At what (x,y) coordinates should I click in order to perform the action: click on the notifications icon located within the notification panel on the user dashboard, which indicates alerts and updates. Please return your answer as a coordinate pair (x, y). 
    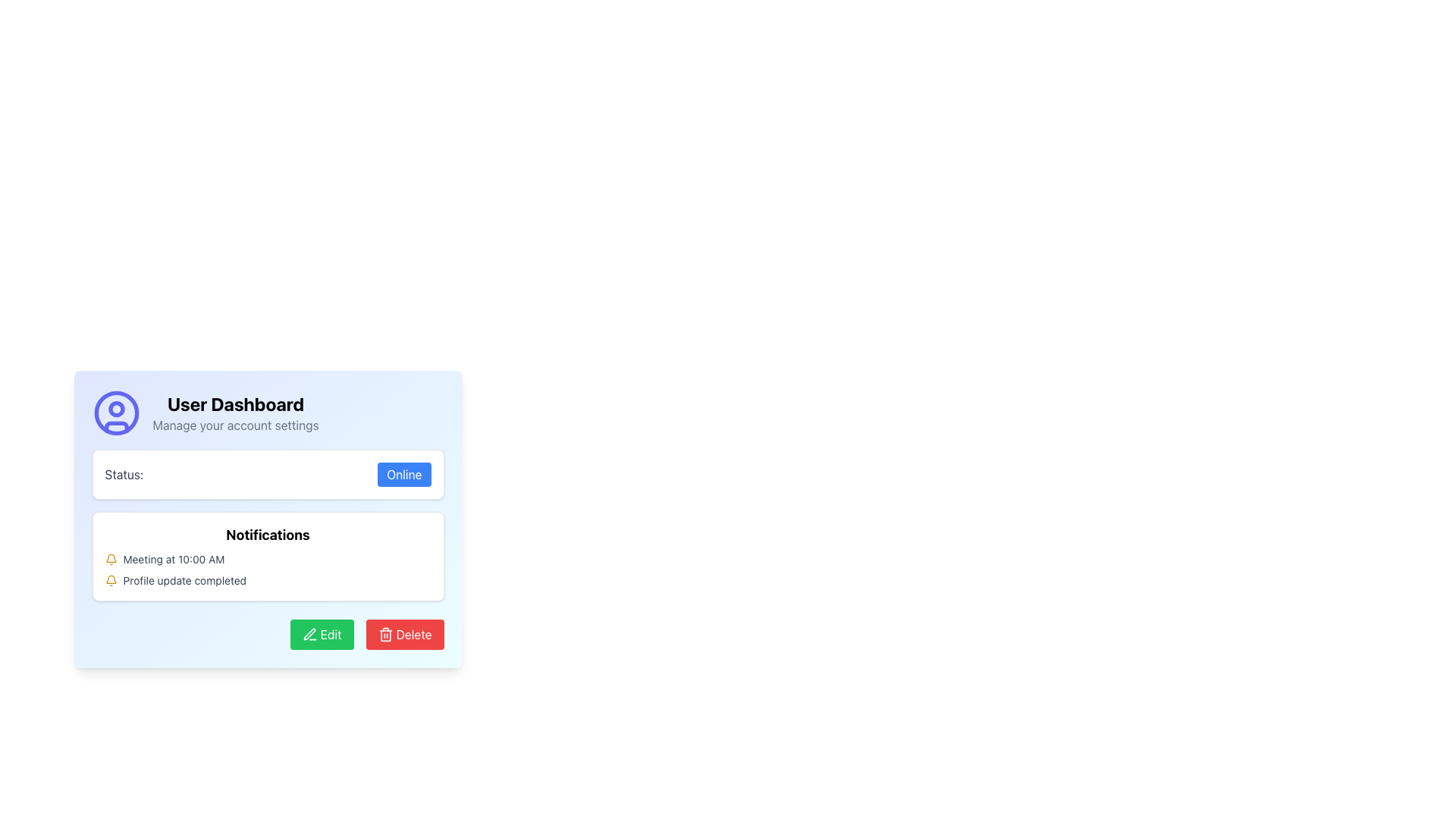
    Looking at the image, I should click on (110, 579).